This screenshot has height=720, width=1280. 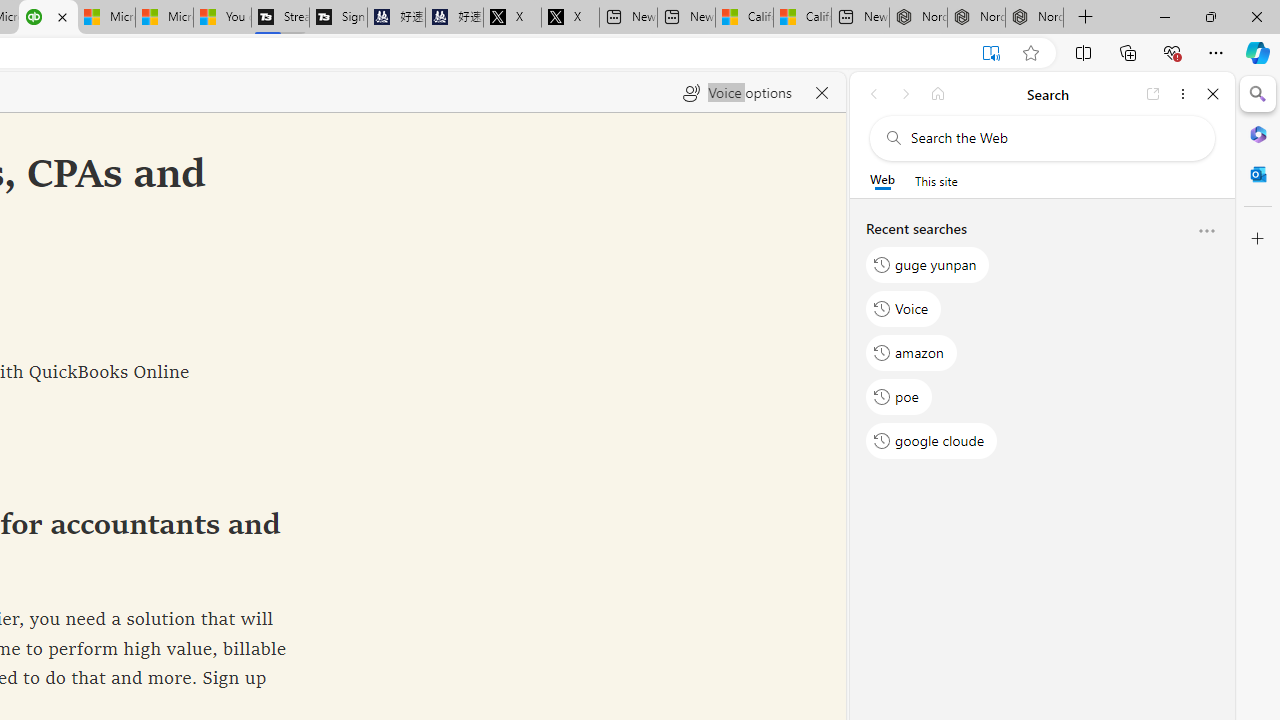 I want to click on 'guge yunpan', so click(x=927, y=263).